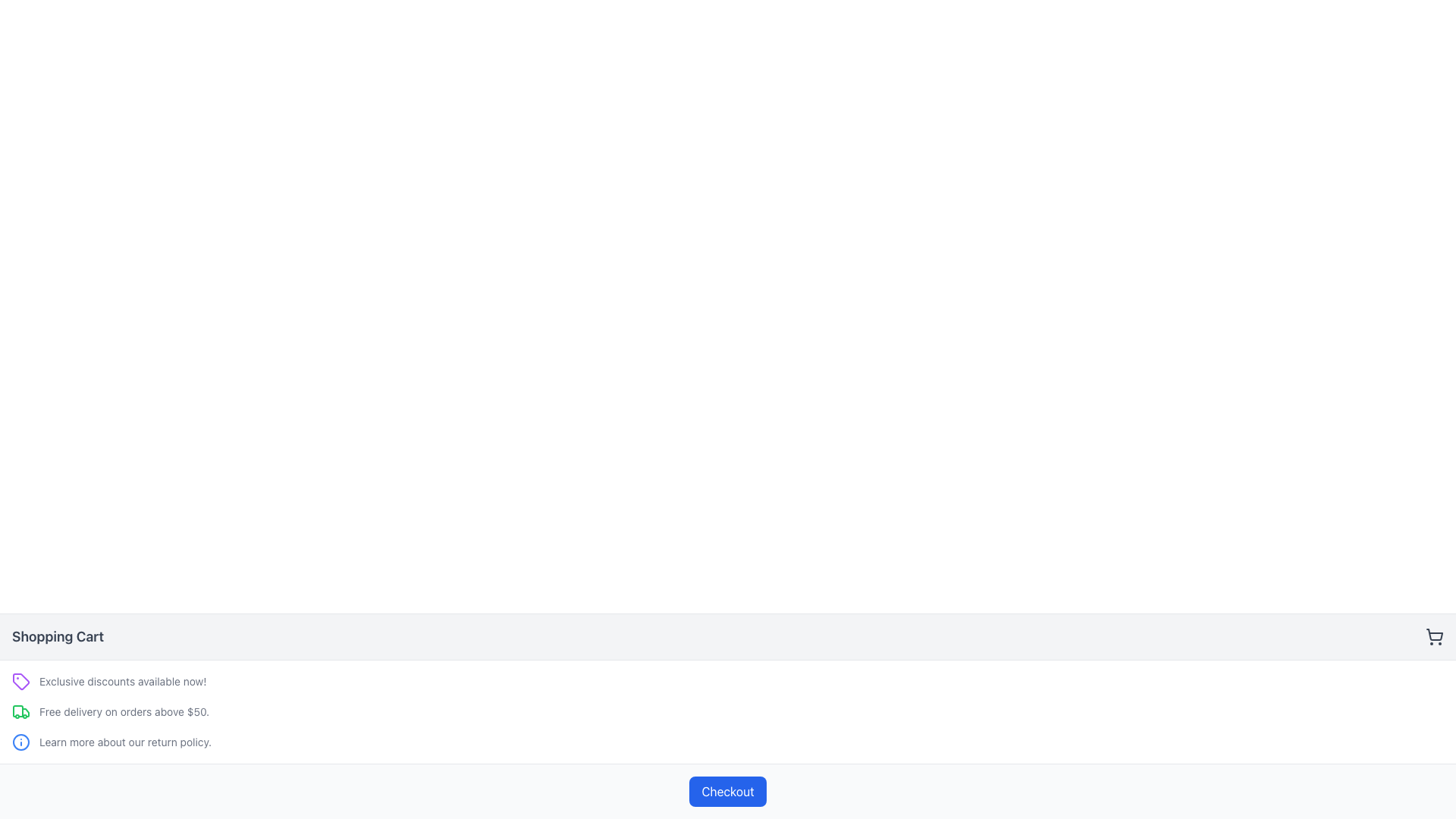  I want to click on the blue circular information icon located to the left of the 'Learn more about our return policy' text for additional details, so click(21, 742).